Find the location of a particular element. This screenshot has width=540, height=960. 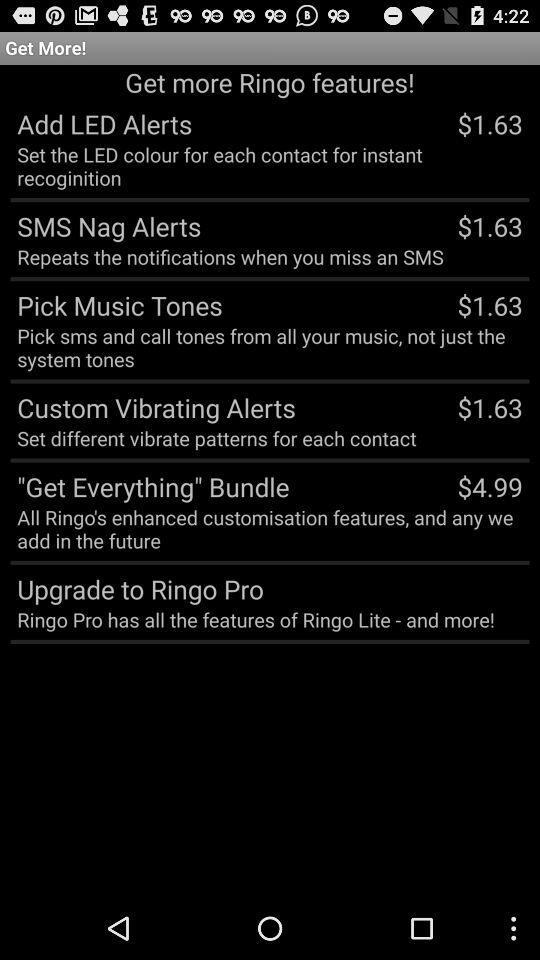

the item below all ringo s item is located at coordinates (522, 588).